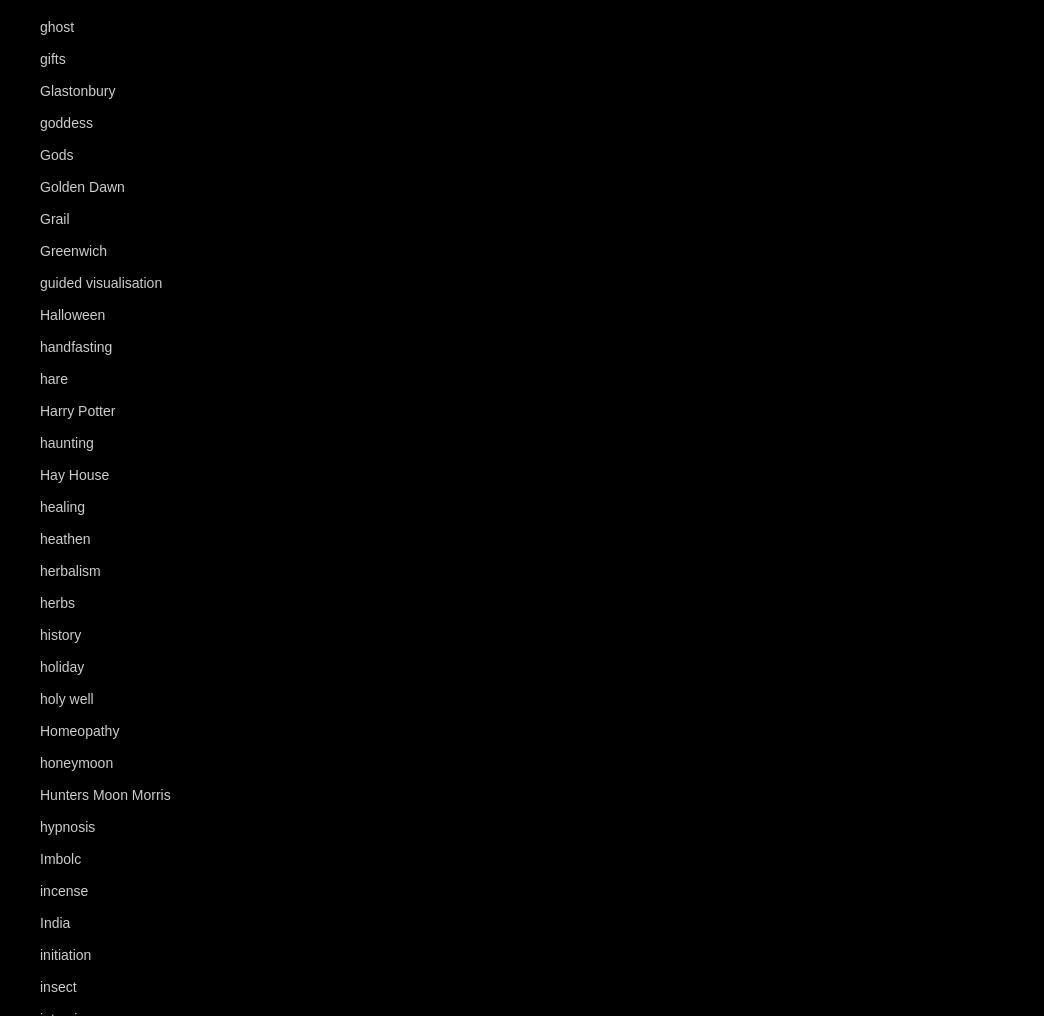 The height and width of the screenshot is (1016, 1044). Describe the element at coordinates (59, 859) in the screenshot. I see `'Imbolc'` at that location.